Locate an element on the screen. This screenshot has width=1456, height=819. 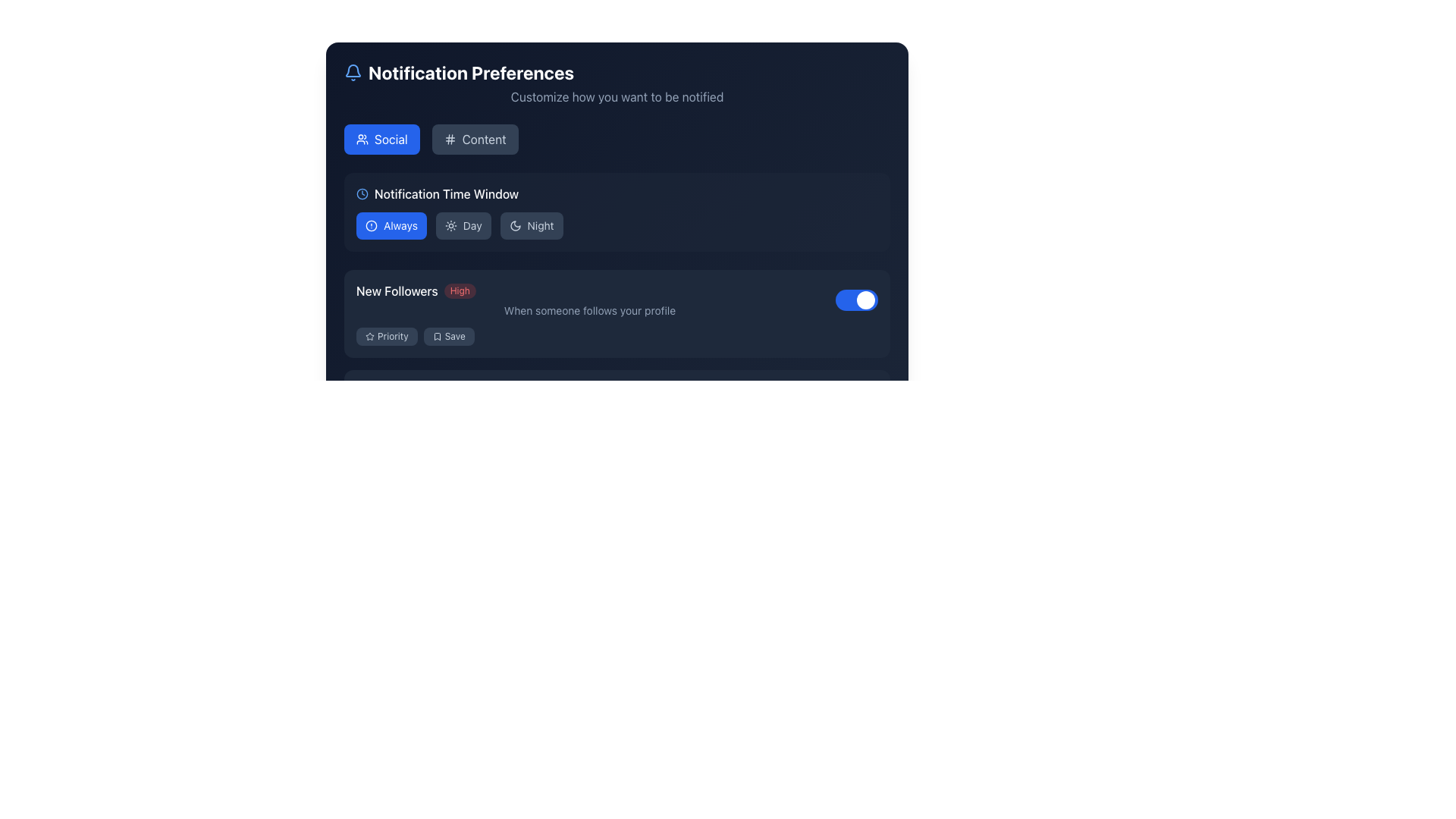
the 'Always' button in the 'Notification Time Window' settings is located at coordinates (391, 225).